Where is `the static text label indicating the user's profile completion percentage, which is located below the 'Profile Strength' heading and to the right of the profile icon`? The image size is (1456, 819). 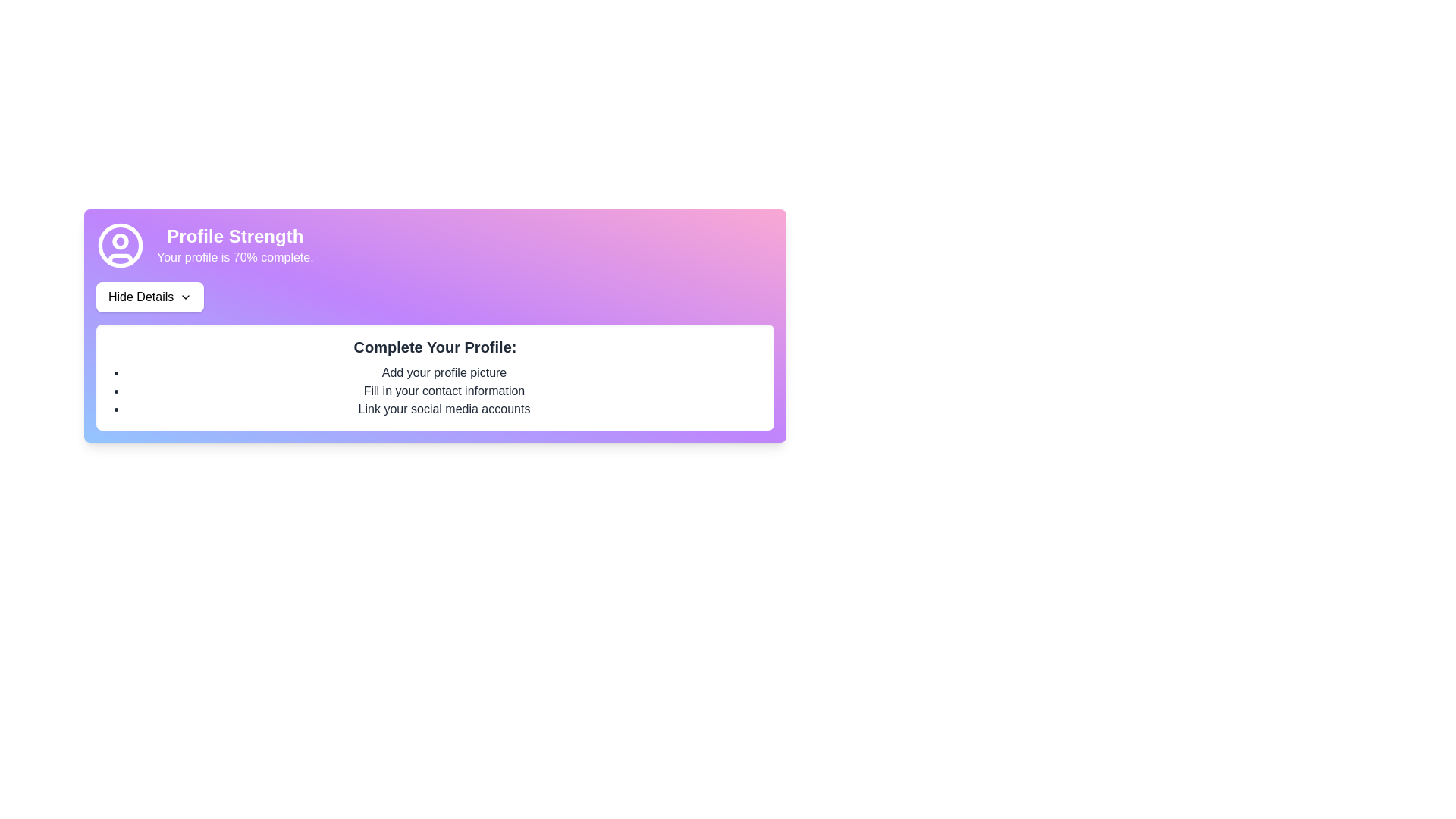
the static text label indicating the user's profile completion percentage, which is located below the 'Profile Strength' heading and to the right of the profile icon is located at coordinates (234, 256).